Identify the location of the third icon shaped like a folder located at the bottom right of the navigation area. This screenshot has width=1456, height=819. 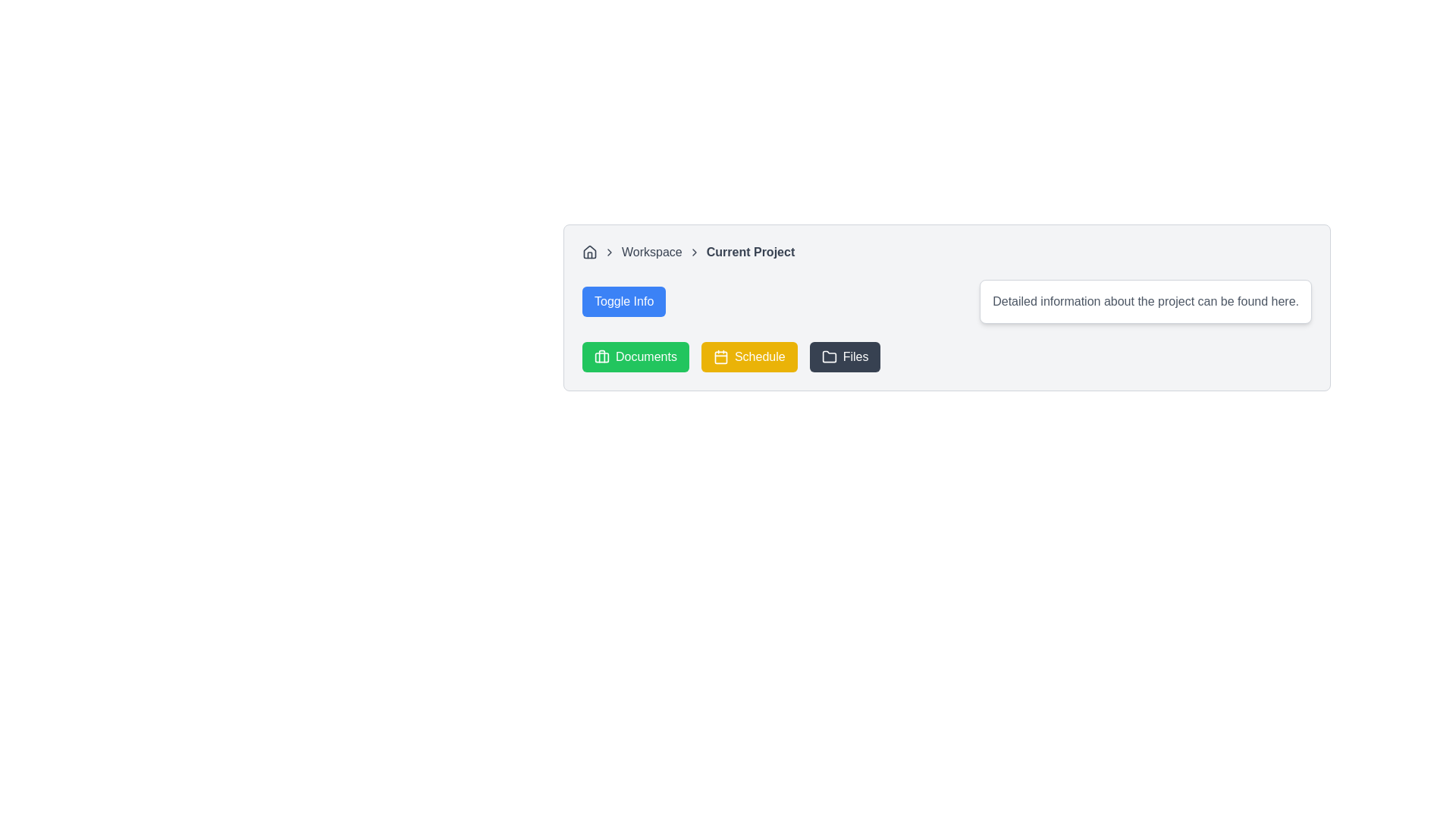
(828, 356).